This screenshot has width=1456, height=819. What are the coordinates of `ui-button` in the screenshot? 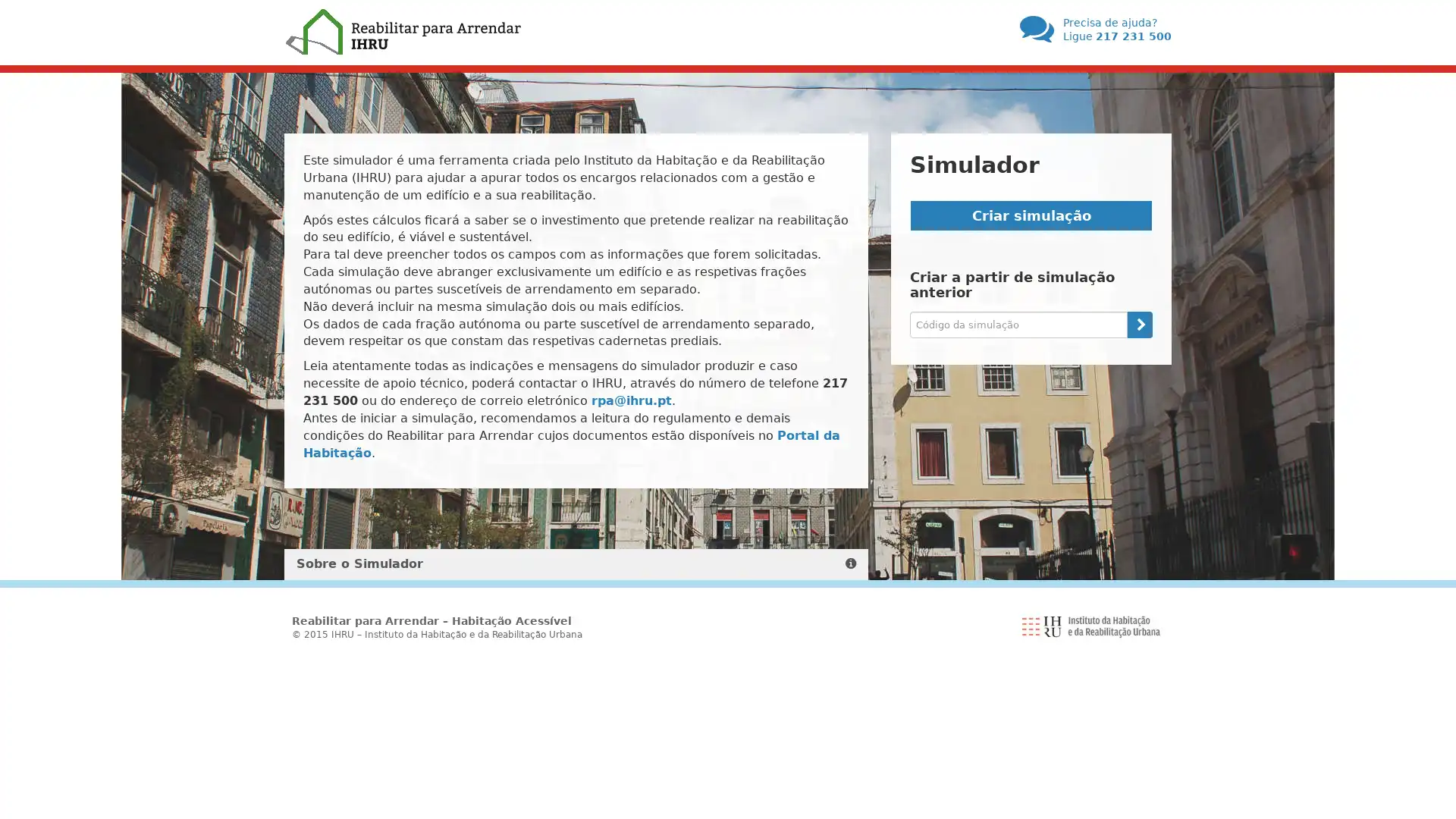 It's located at (1139, 323).